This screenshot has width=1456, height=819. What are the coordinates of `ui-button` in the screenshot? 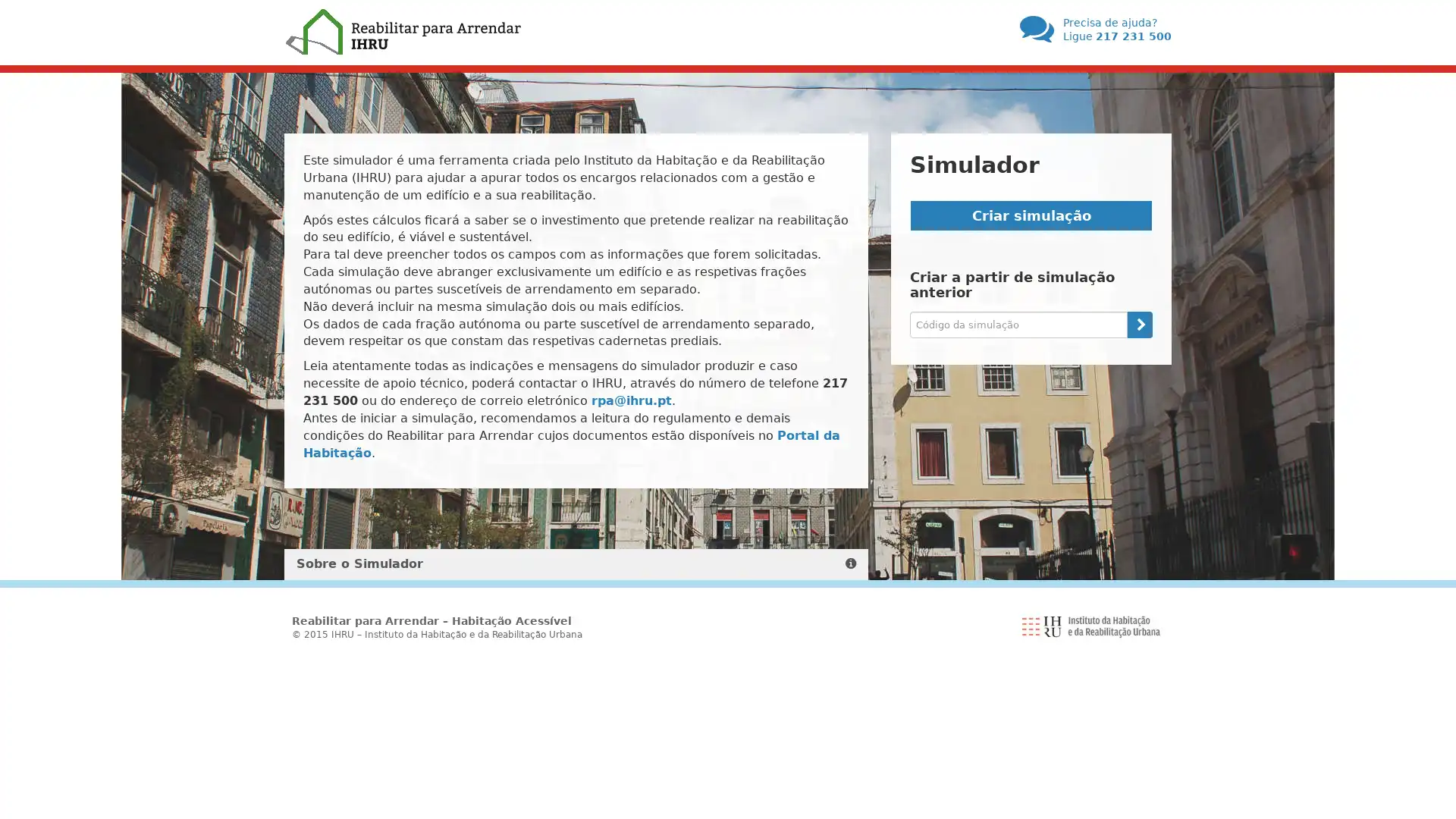 It's located at (1139, 323).